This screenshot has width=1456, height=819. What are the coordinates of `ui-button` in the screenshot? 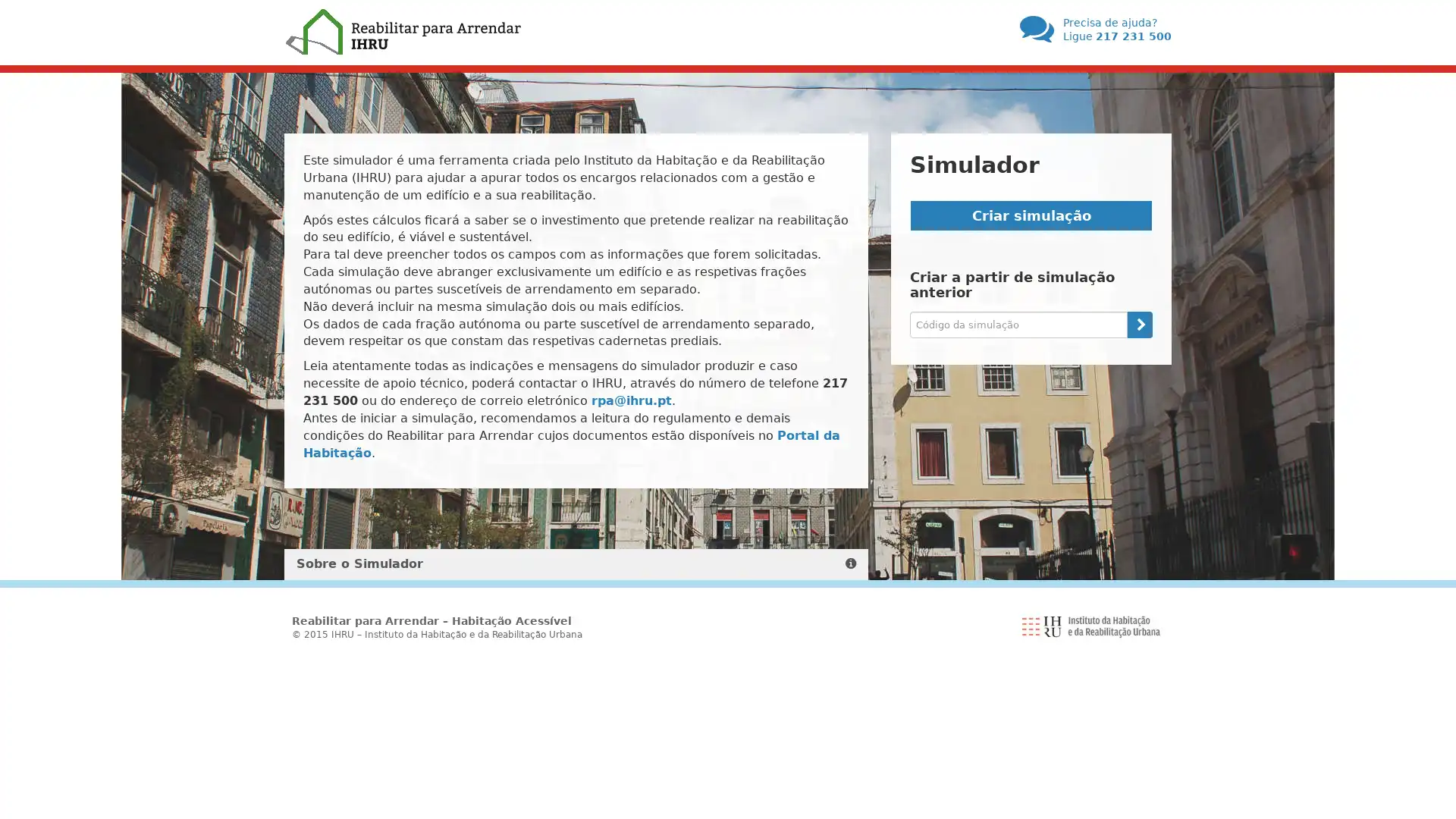 It's located at (1139, 323).